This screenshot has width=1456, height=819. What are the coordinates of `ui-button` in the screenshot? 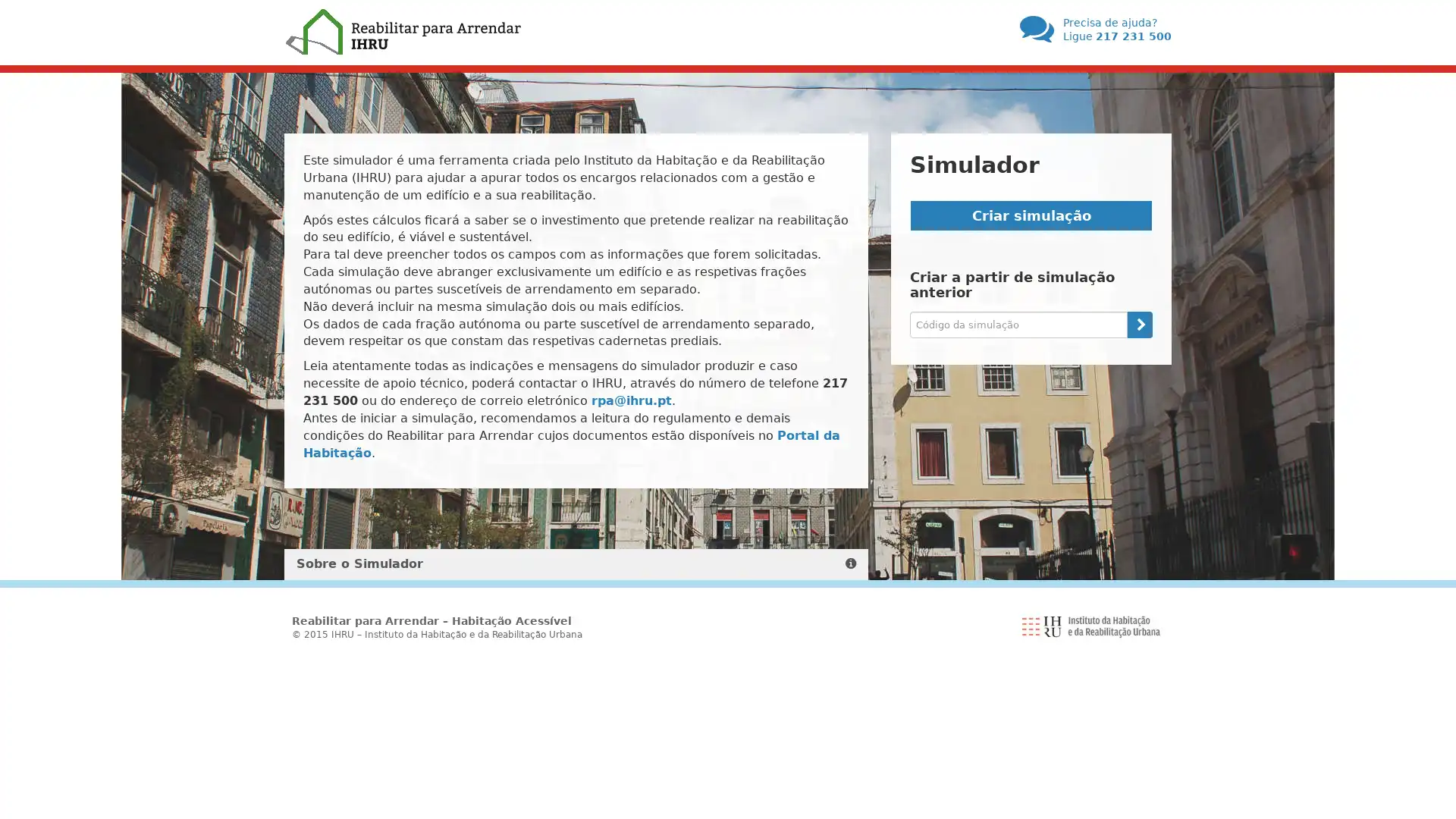 It's located at (1139, 323).